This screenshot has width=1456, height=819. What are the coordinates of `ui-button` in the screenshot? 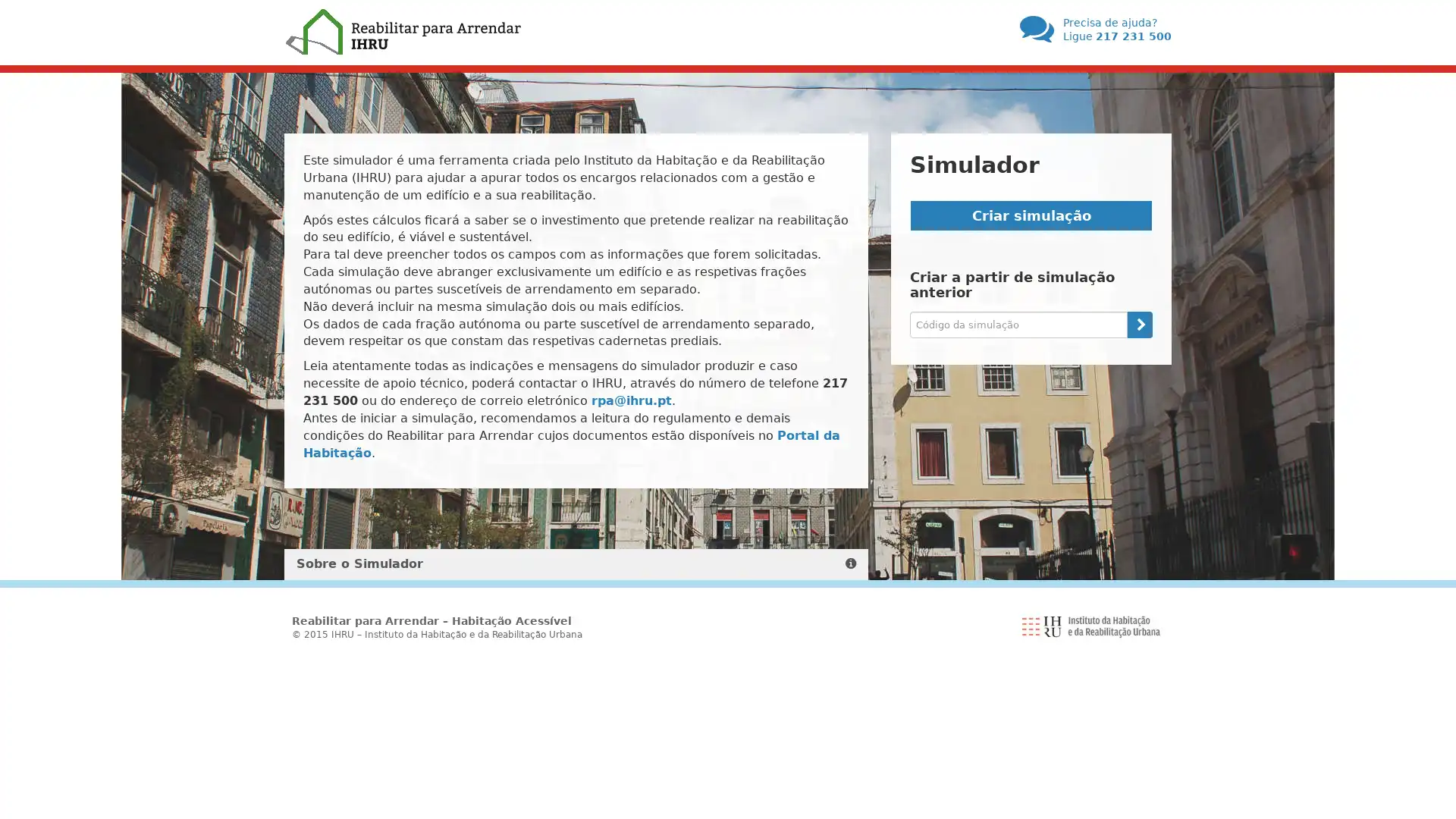 It's located at (1139, 323).